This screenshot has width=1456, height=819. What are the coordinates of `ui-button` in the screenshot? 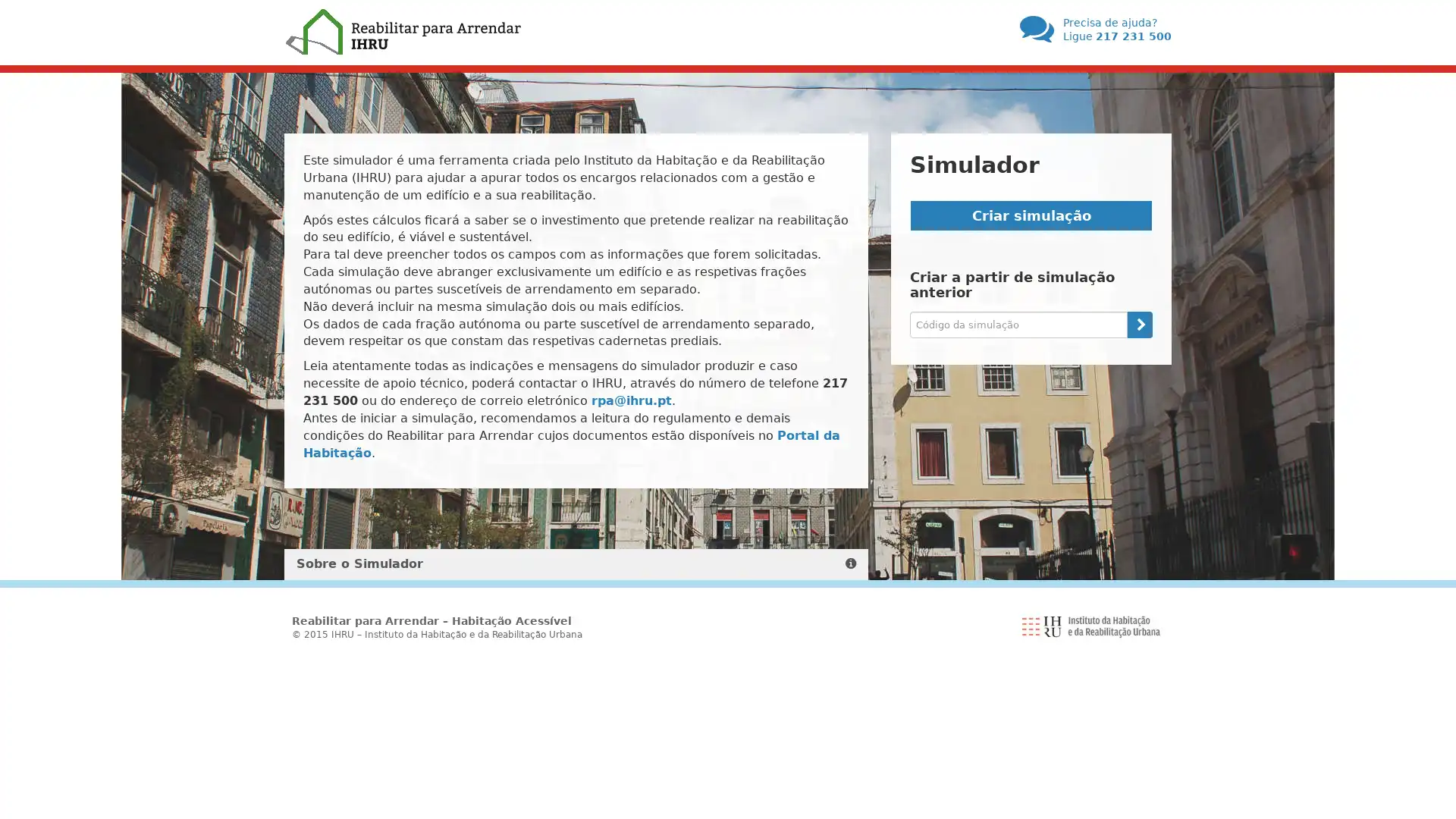 It's located at (1139, 323).